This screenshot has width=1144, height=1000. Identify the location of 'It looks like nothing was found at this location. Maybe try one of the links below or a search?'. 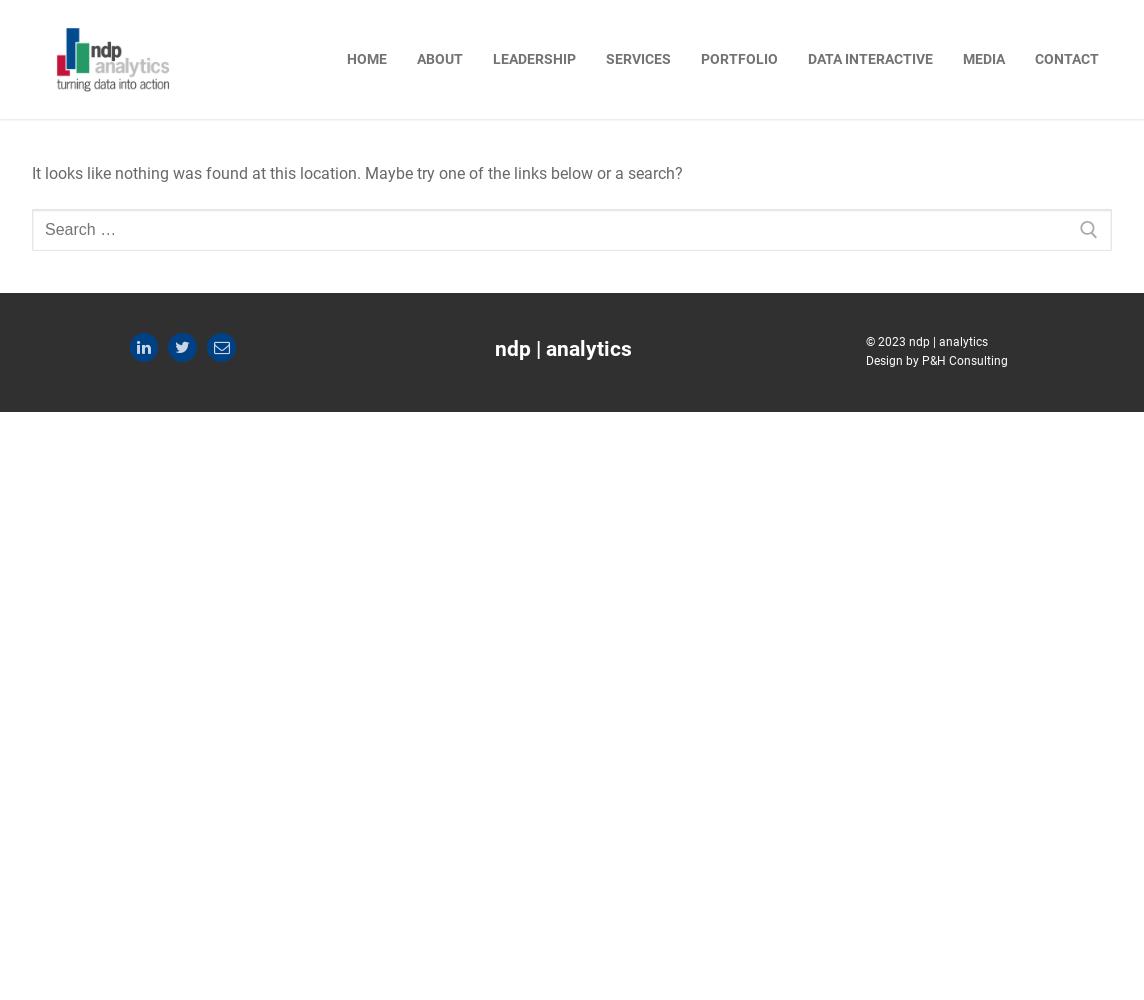
(357, 172).